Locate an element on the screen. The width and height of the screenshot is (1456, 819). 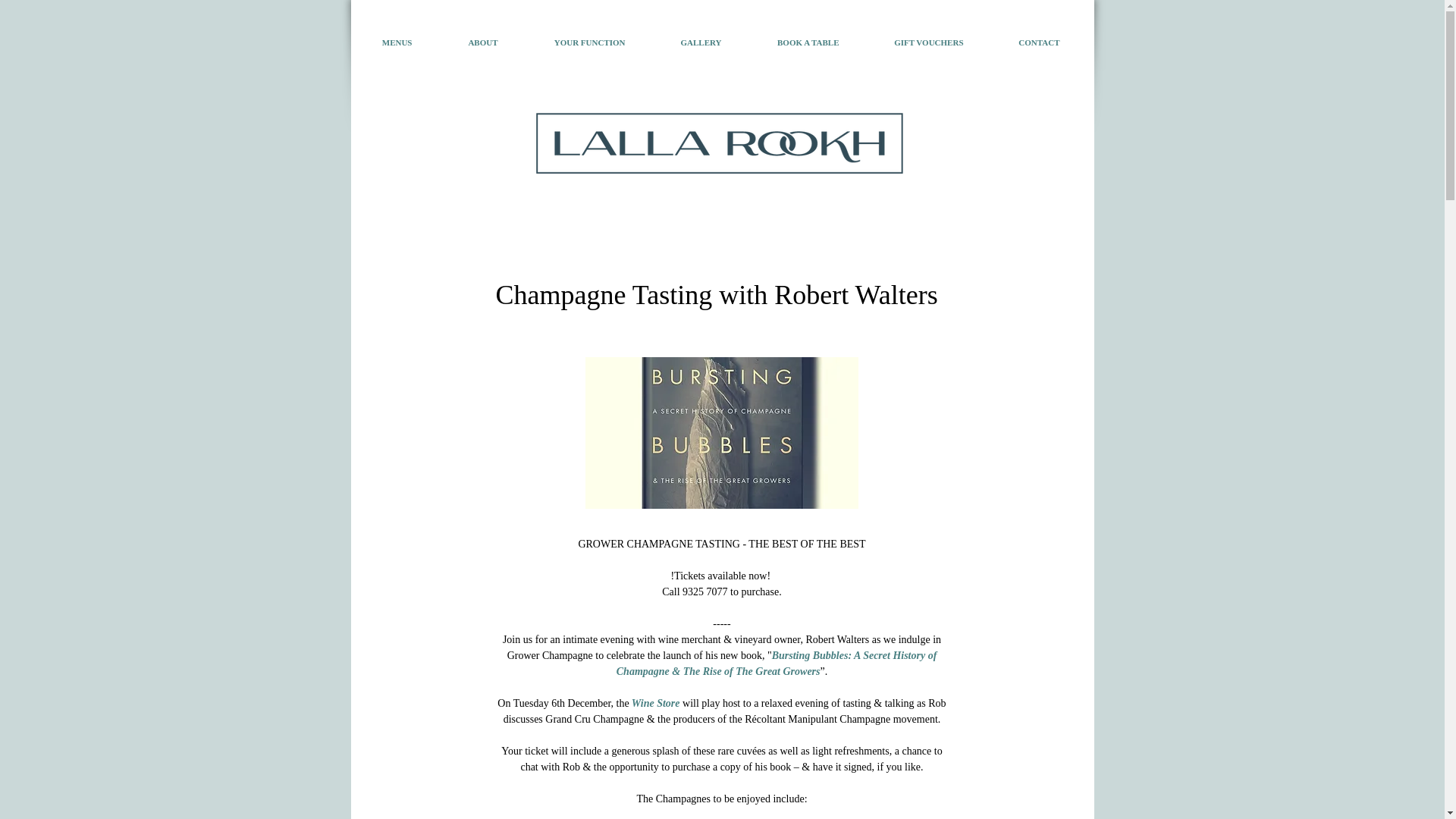
' Wine Store' is located at coordinates (629, 703).